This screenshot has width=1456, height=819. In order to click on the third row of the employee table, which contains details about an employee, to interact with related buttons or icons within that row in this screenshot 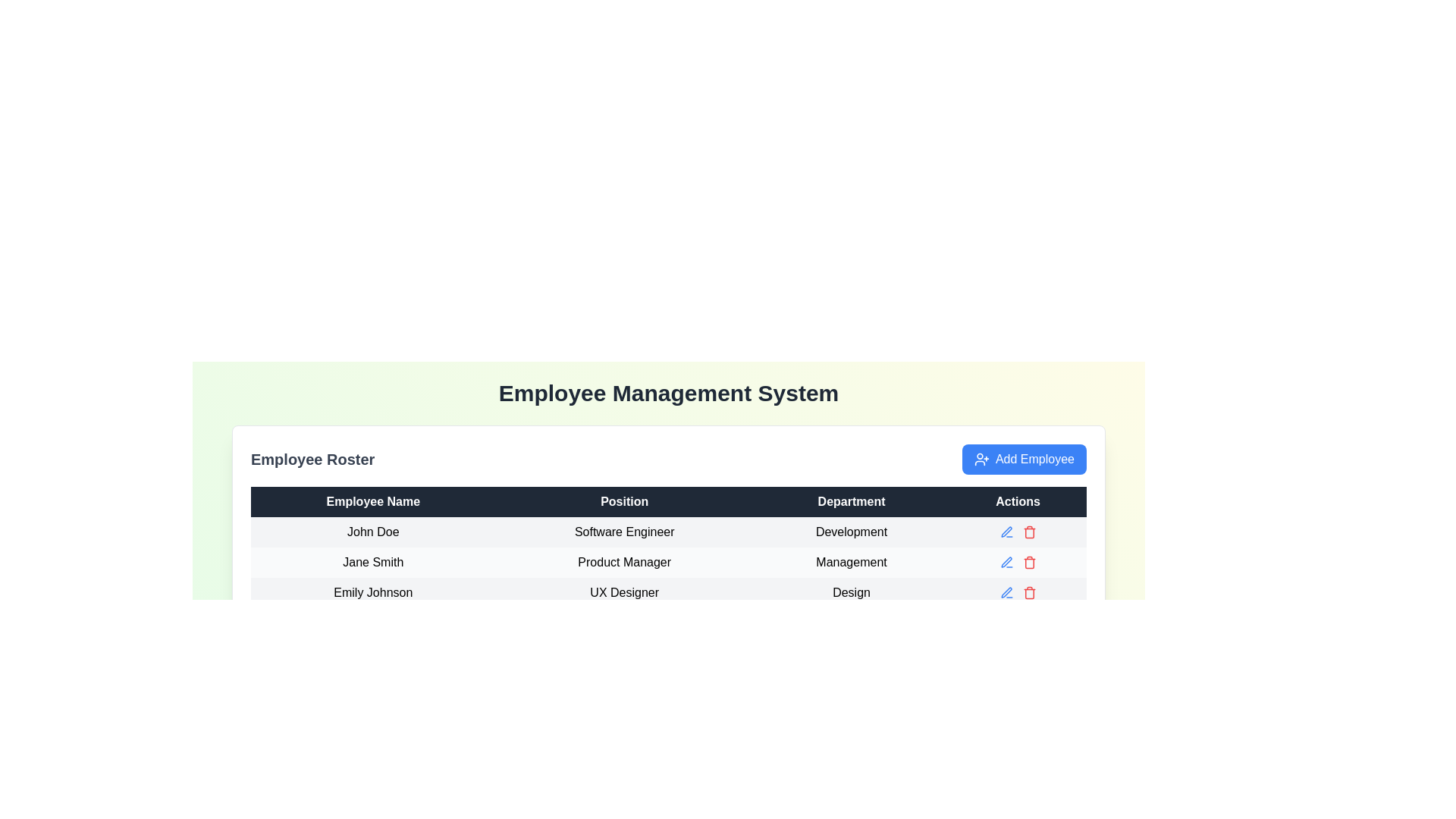, I will do `click(668, 592)`.